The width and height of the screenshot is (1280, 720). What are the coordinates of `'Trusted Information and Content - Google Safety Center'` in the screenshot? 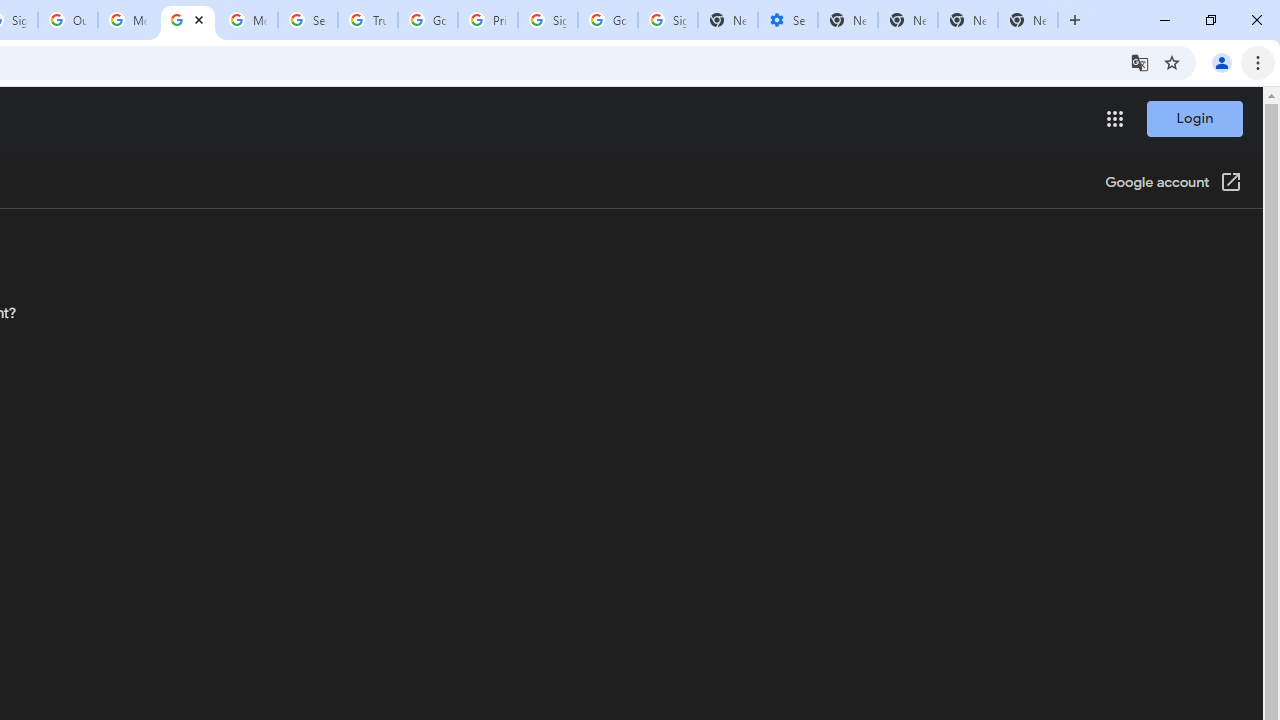 It's located at (368, 20).